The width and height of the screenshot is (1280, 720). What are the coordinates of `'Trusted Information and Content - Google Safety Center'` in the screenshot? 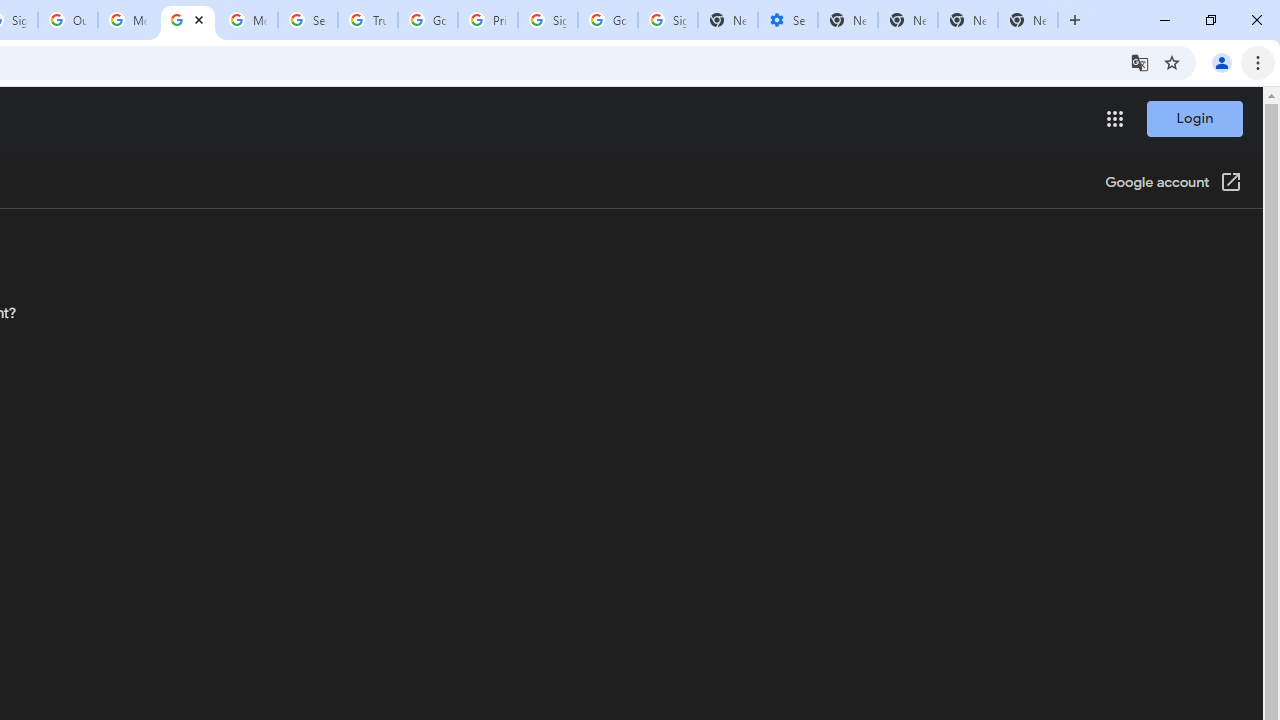 It's located at (368, 20).